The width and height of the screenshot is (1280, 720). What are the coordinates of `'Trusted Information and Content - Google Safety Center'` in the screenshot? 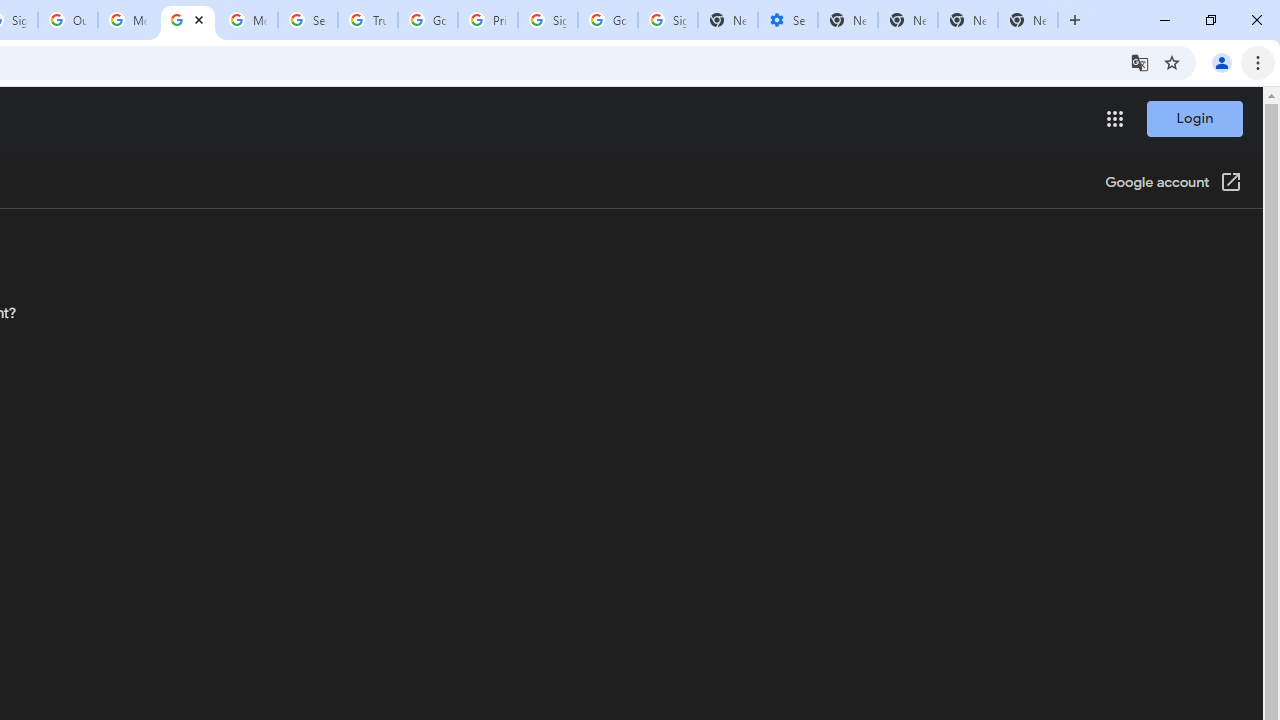 It's located at (368, 20).